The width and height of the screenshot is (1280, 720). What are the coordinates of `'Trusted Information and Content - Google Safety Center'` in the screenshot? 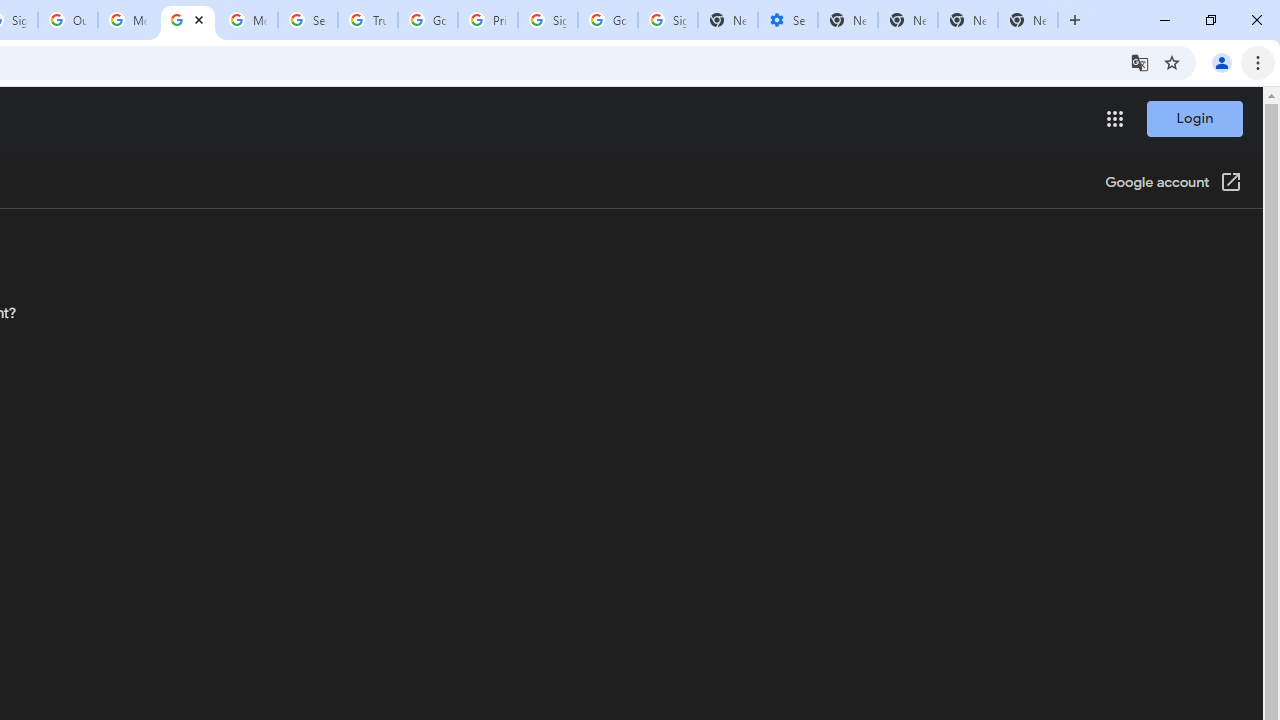 It's located at (368, 20).